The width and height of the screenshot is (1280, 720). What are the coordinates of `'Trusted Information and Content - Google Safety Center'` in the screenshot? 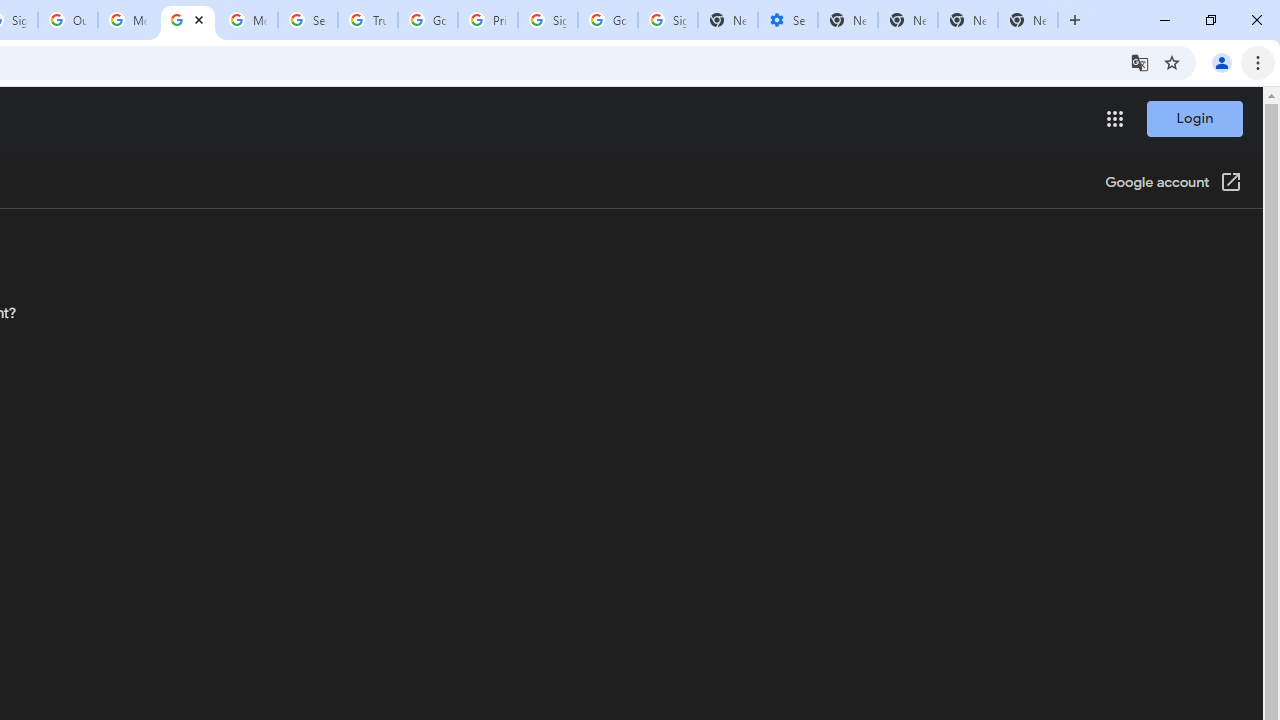 It's located at (368, 20).